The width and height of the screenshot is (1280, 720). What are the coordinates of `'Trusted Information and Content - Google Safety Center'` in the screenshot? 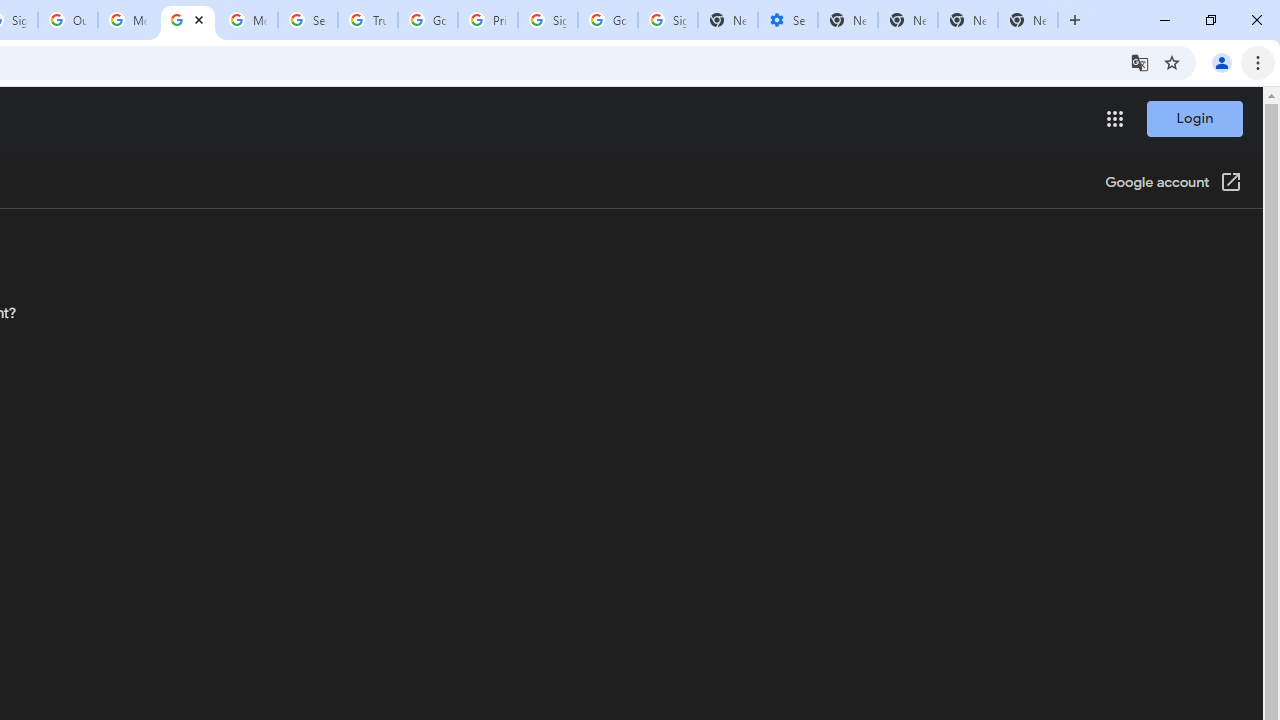 It's located at (368, 20).